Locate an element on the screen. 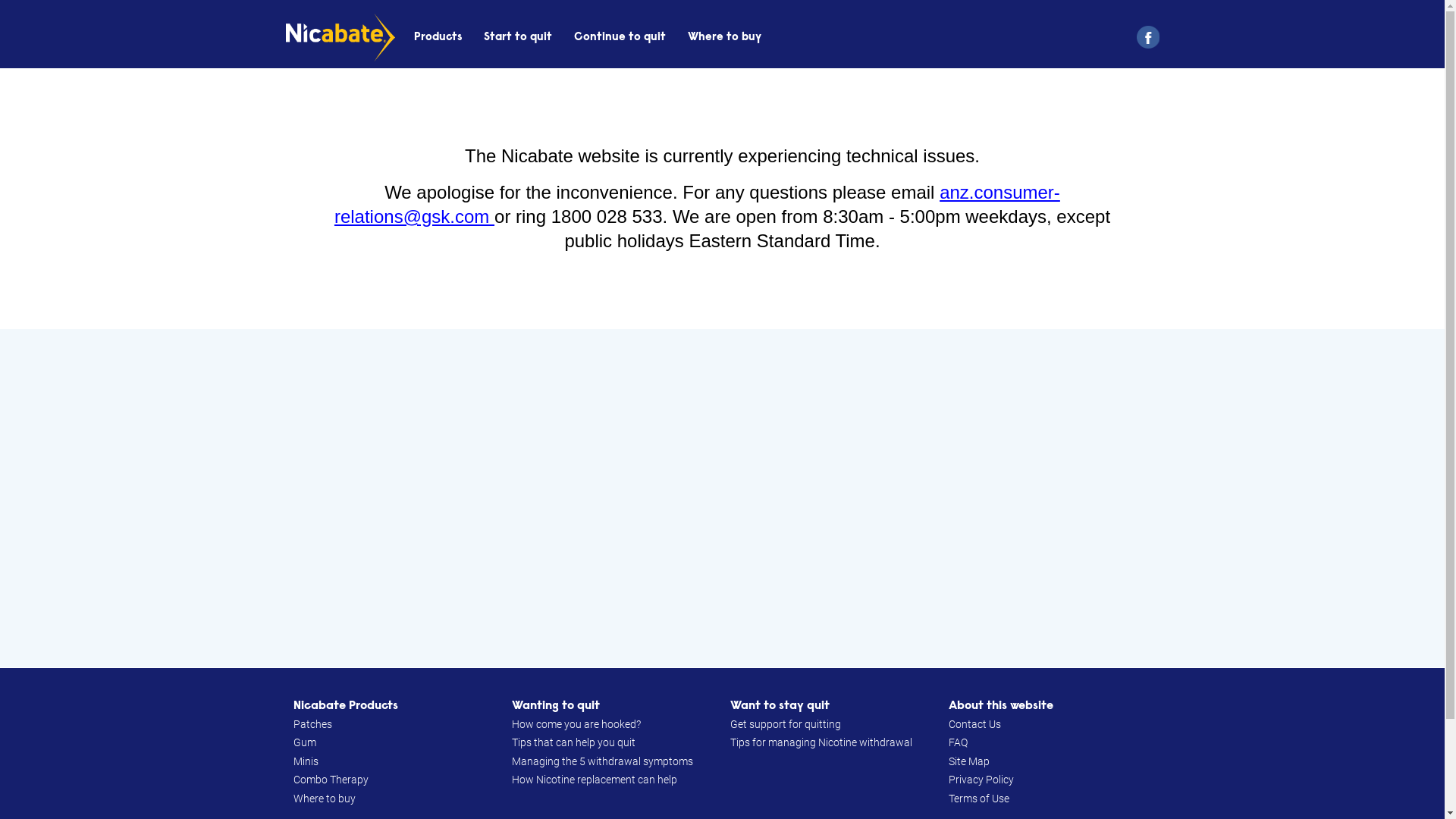  'anz.consumer-relations@gsk.com' is located at coordinates (696, 203).